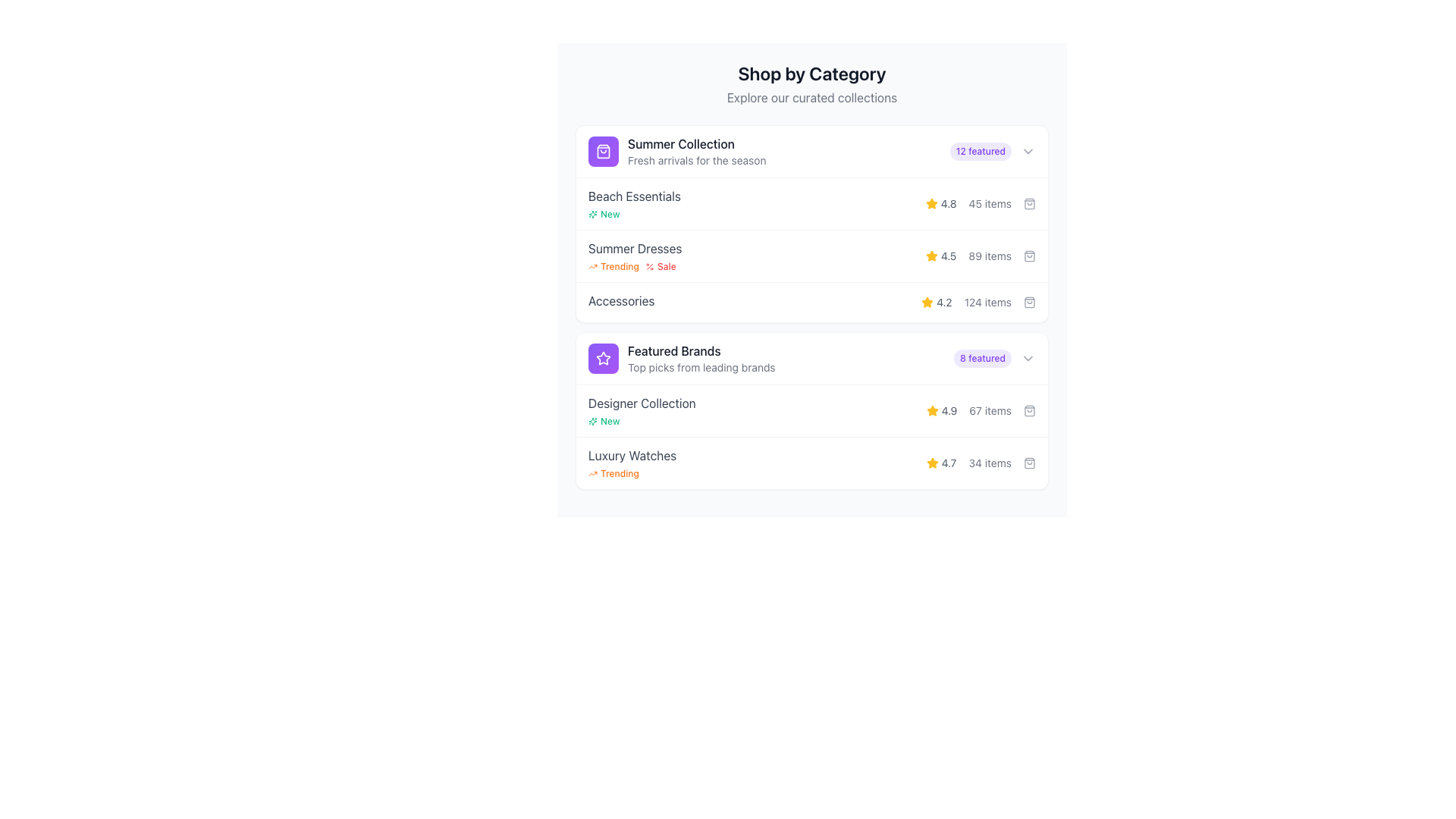 This screenshot has height=819, width=1456. What do you see at coordinates (948, 256) in the screenshot?
I see `the numerical rating text label that displays the rating next to the star icon for the 'Summer Dresses' item count section` at bounding box center [948, 256].